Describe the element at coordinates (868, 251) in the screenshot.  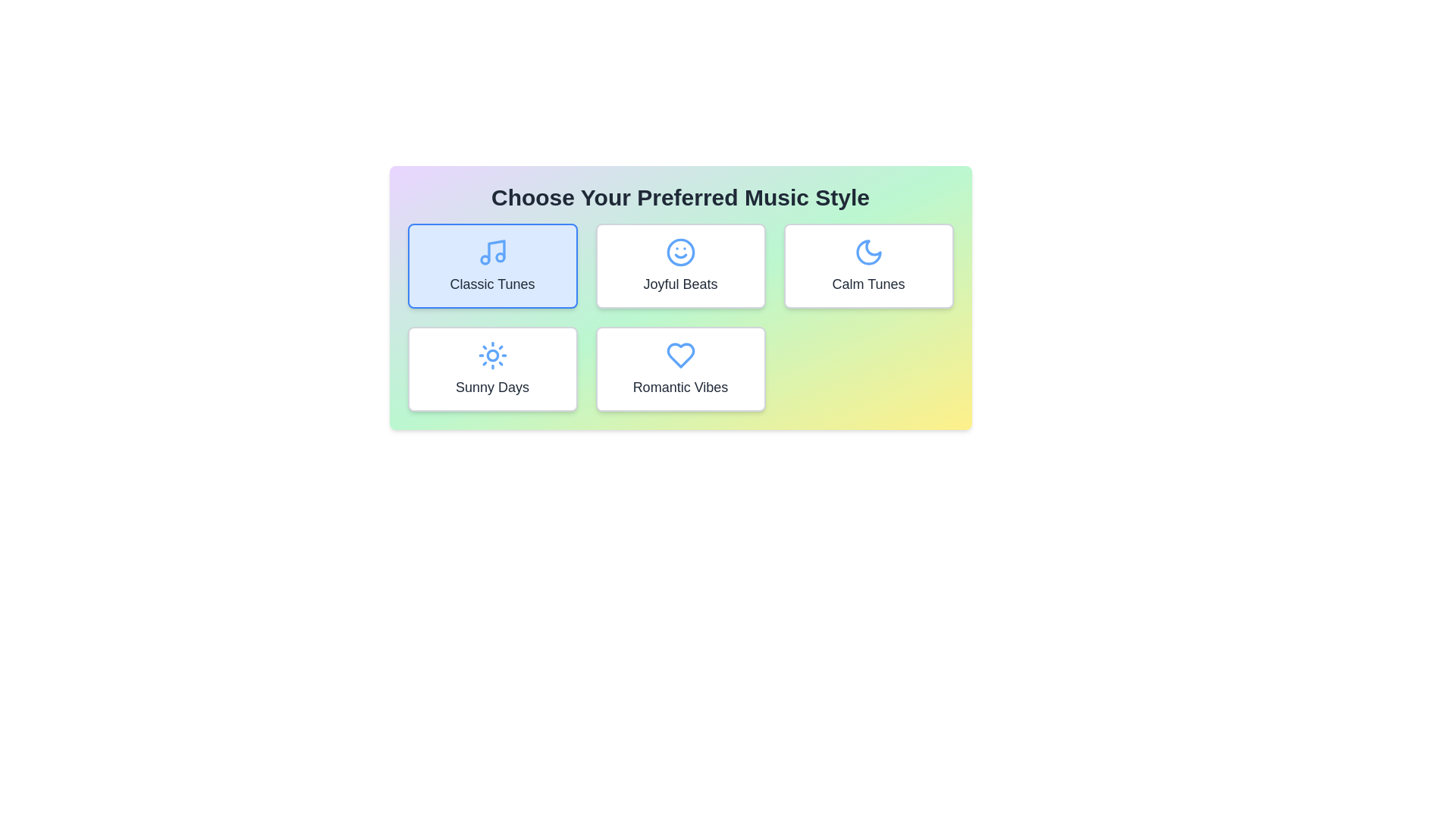
I see `the moon-shaped icon in light blue color located above the text label of the 'Calm Tunes' card, which is the third card in the top row of the grid layout` at that location.